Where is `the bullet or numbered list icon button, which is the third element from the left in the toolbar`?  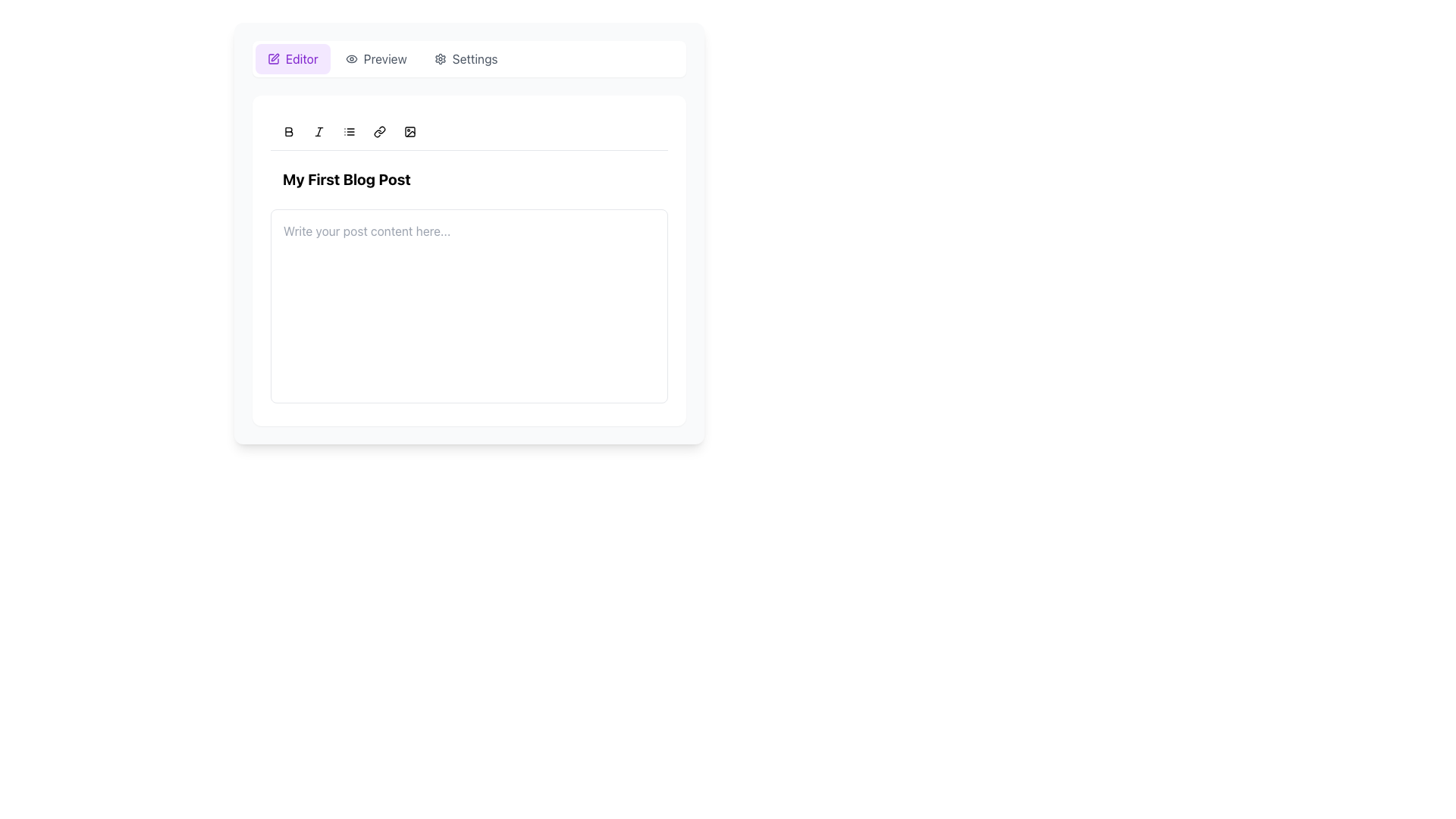 the bullet or numbered list icon button, which is the third element from the left in the toolbar is located at coordinates (348, 130).